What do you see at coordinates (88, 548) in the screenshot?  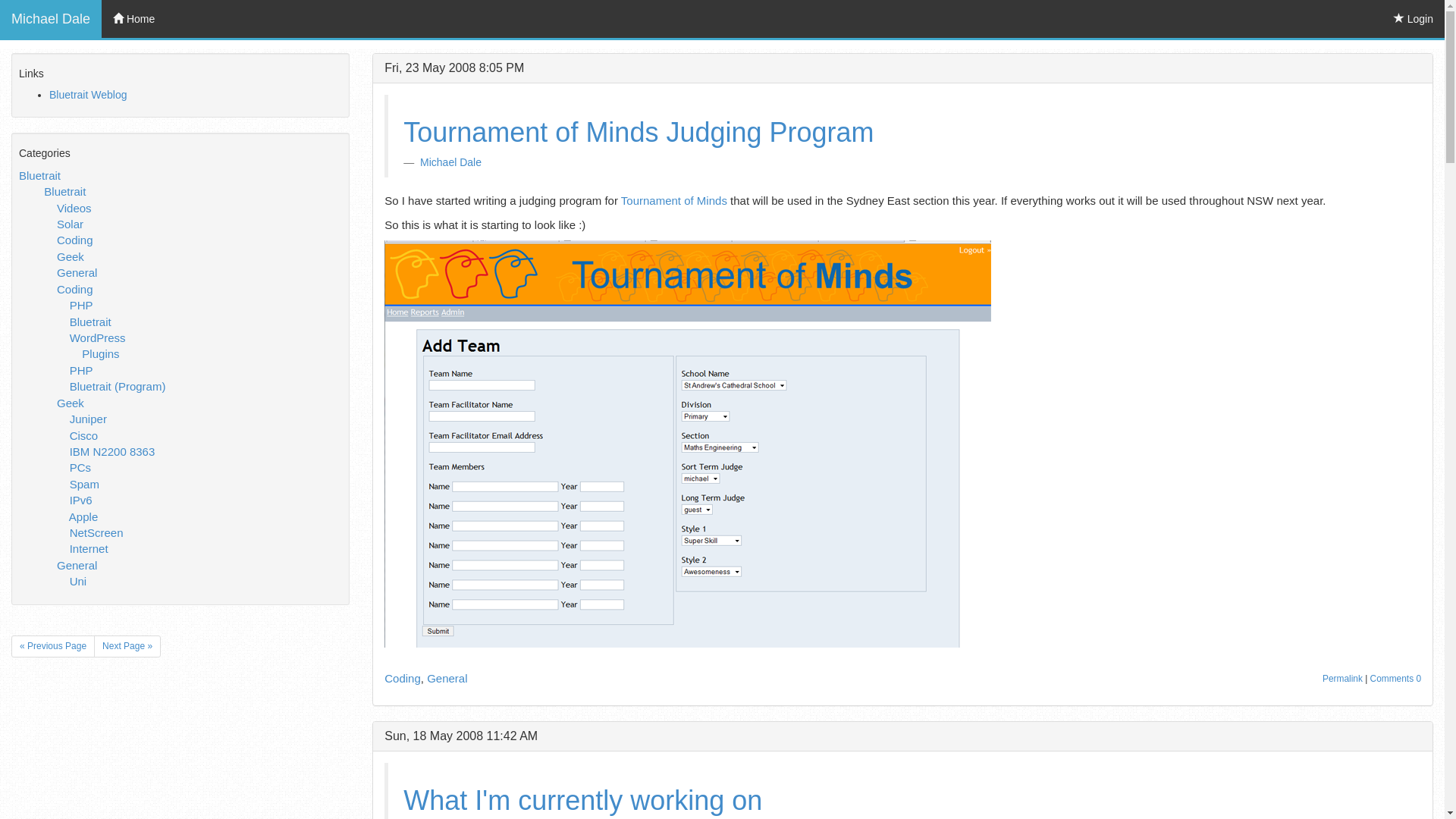 I see `'Internet'` at bounding box center [88, 548].